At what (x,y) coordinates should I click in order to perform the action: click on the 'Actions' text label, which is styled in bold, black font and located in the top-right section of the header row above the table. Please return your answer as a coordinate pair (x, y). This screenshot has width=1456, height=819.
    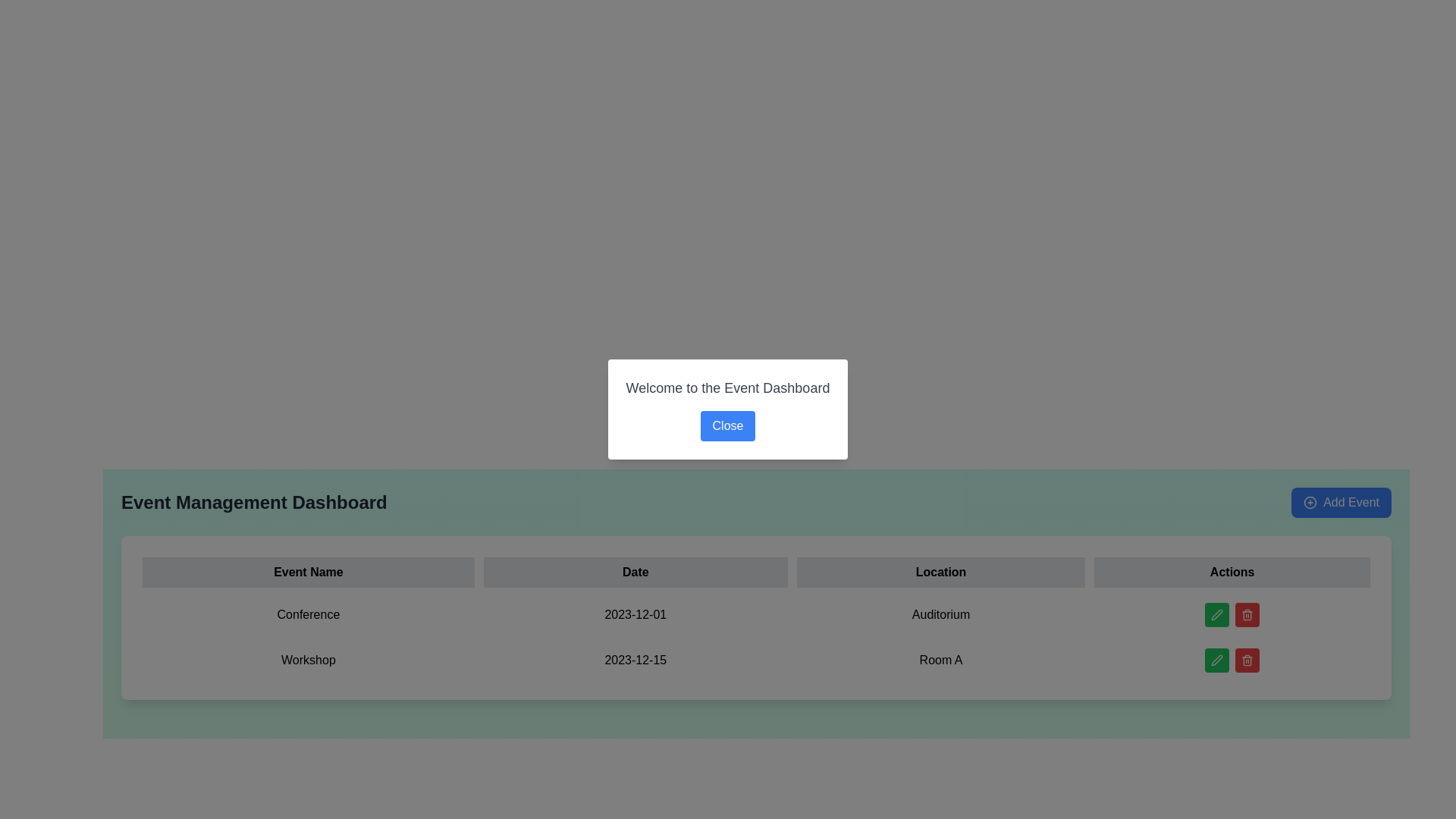
    Looking at the image, I should click on (1232, 573).